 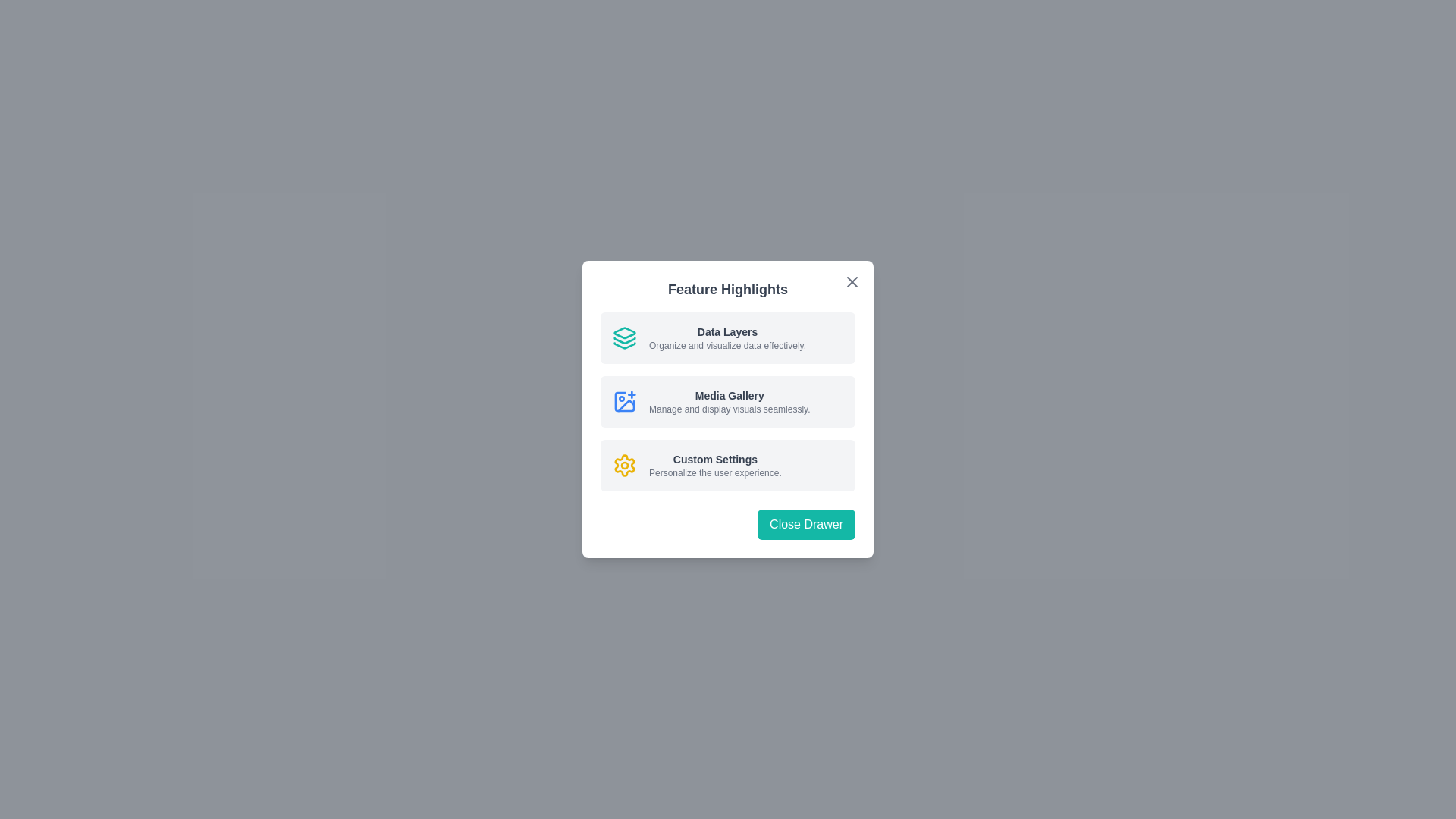 I want to click on description of the 'Custom Settings' feature represented by the third Informational Card within the 'Feature Highlights' dialog box, so click(x=728, y=464).